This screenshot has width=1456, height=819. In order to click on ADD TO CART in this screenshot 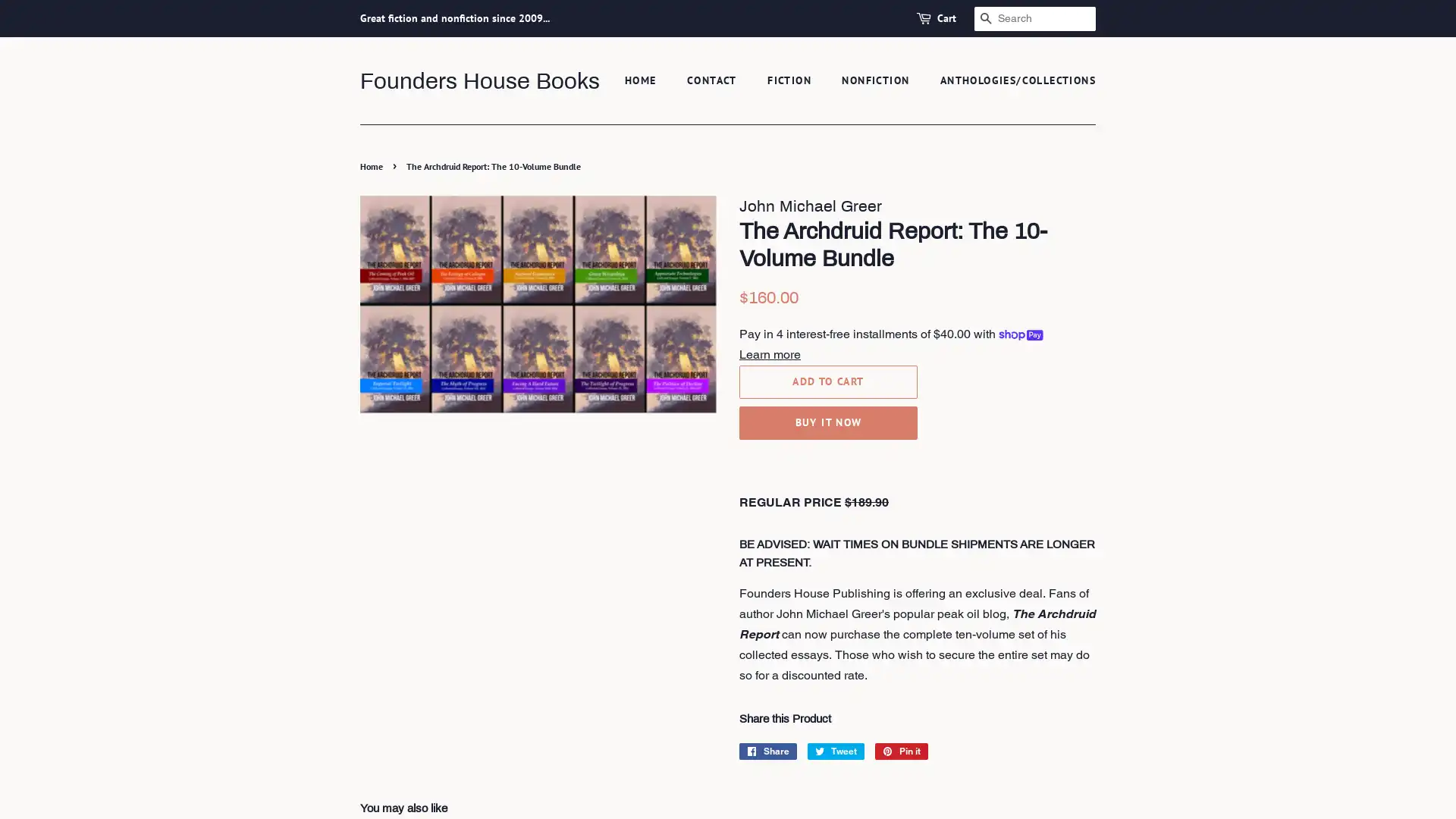, I will do `click(827, 380)`.